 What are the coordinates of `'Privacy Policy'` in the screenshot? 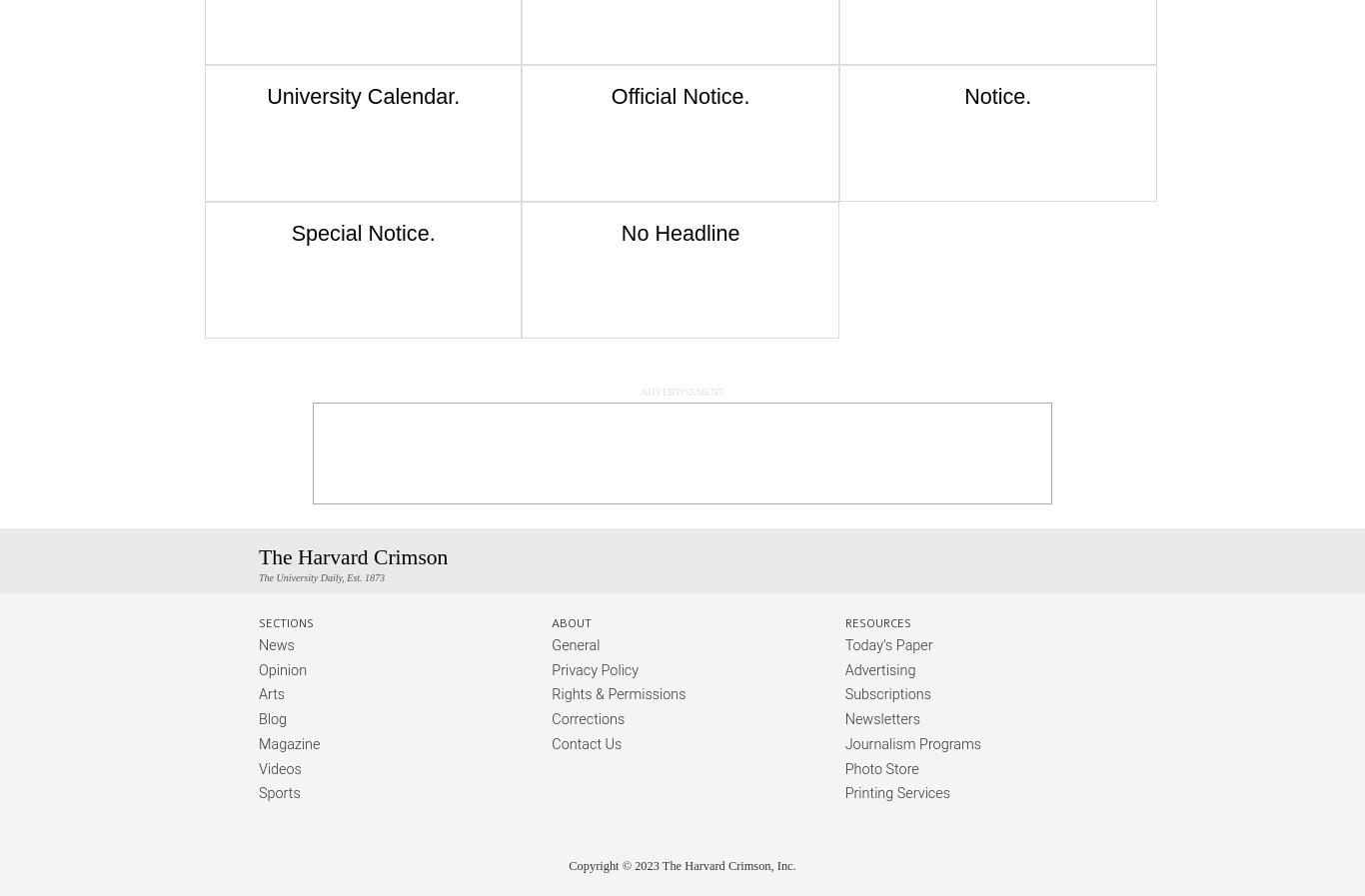 It's located at (594, 669).